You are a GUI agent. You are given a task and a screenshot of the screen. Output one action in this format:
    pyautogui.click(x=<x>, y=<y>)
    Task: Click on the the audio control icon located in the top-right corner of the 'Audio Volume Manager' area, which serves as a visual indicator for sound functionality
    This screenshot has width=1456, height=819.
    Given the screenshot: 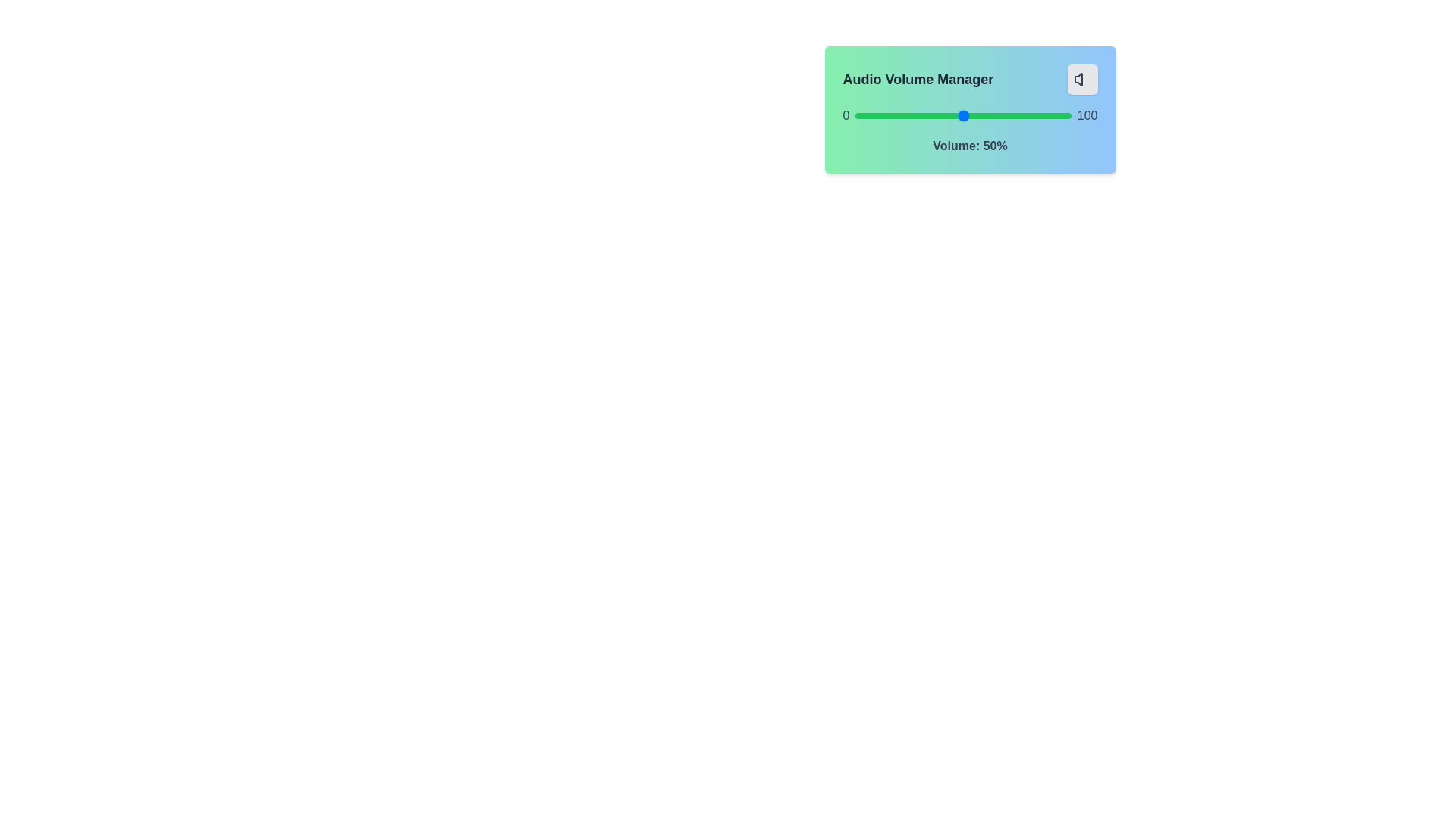 What is the action you would take?
    pyautogui.click(x=1077, y=79)
    